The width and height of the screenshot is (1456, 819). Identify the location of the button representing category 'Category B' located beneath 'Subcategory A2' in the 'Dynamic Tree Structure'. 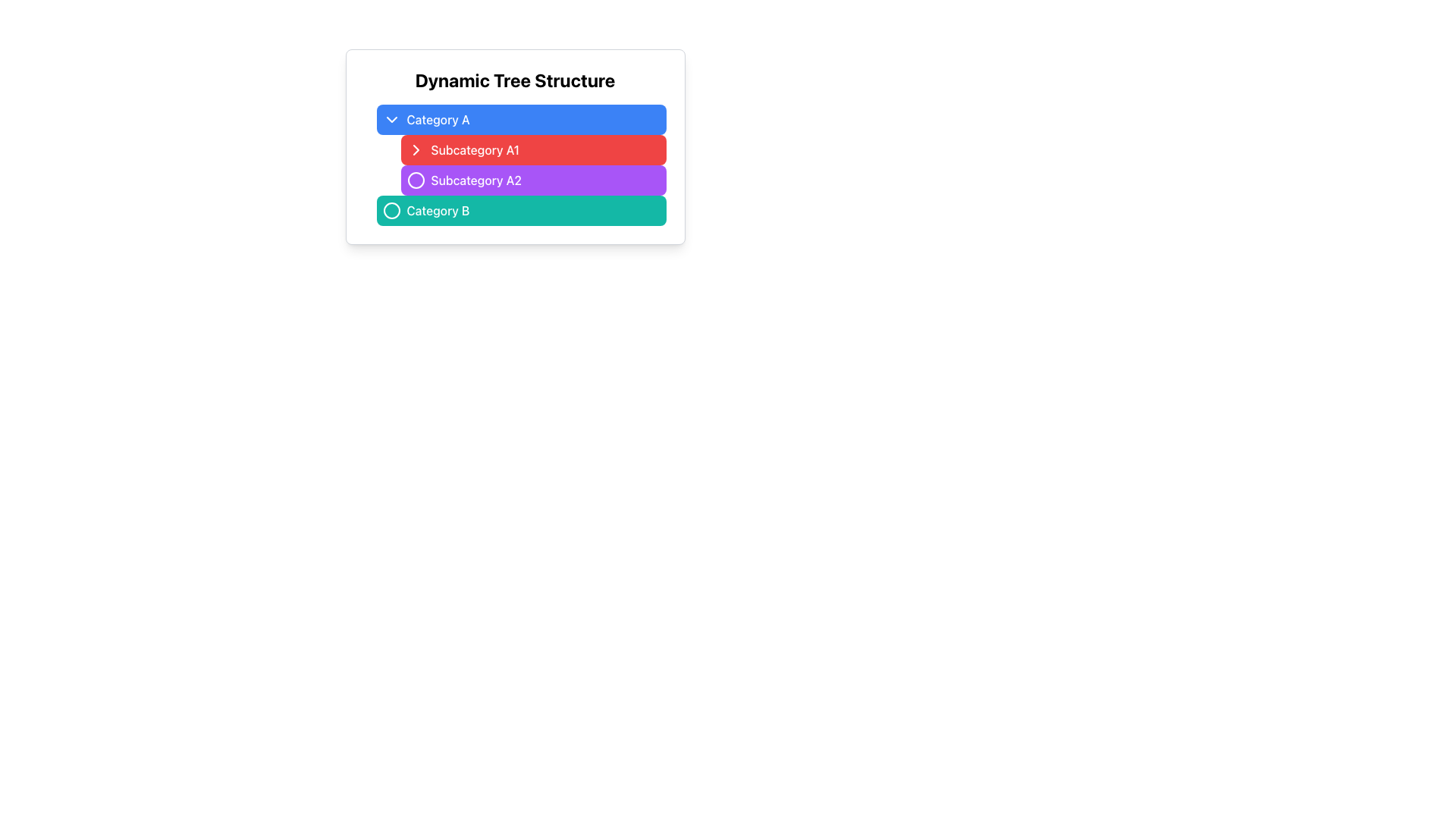
(521, 210).